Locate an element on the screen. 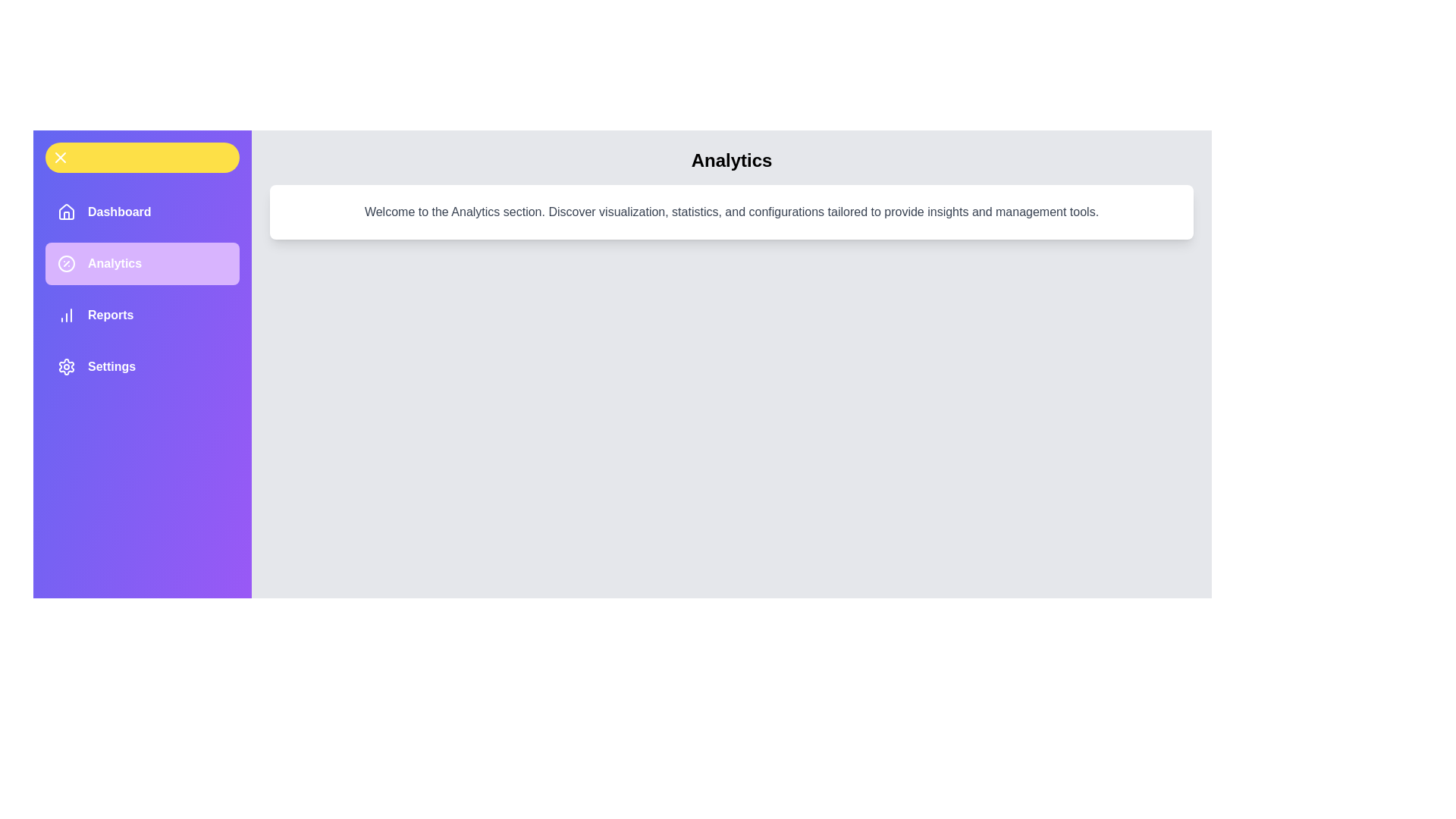 The height and width of the screenshot is (819, 1456). the menu item labeled Analytics to observe its hover effect is located at coordinates (142, 262).